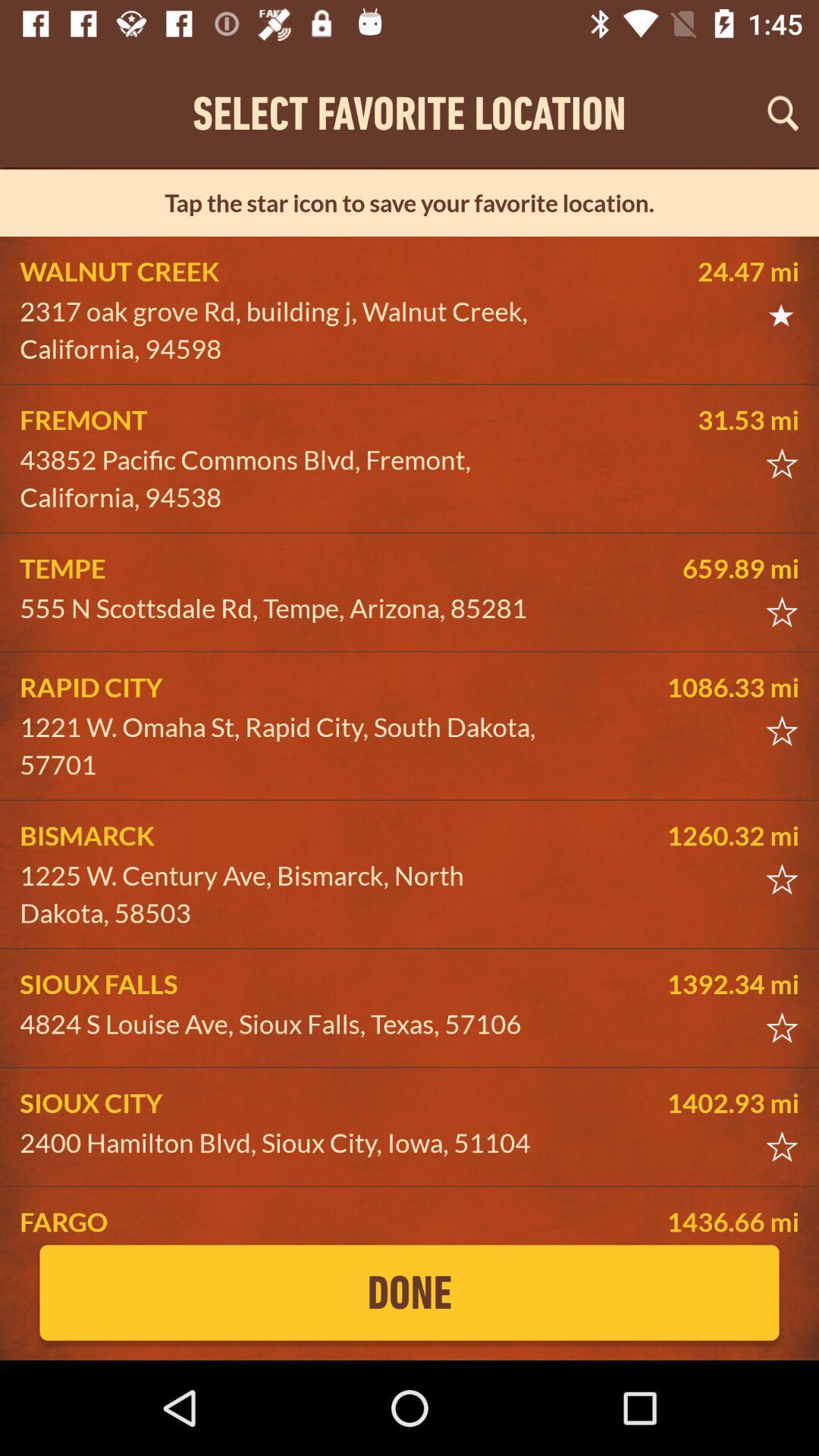  I want to click on the done icon, so click(409, 1291).